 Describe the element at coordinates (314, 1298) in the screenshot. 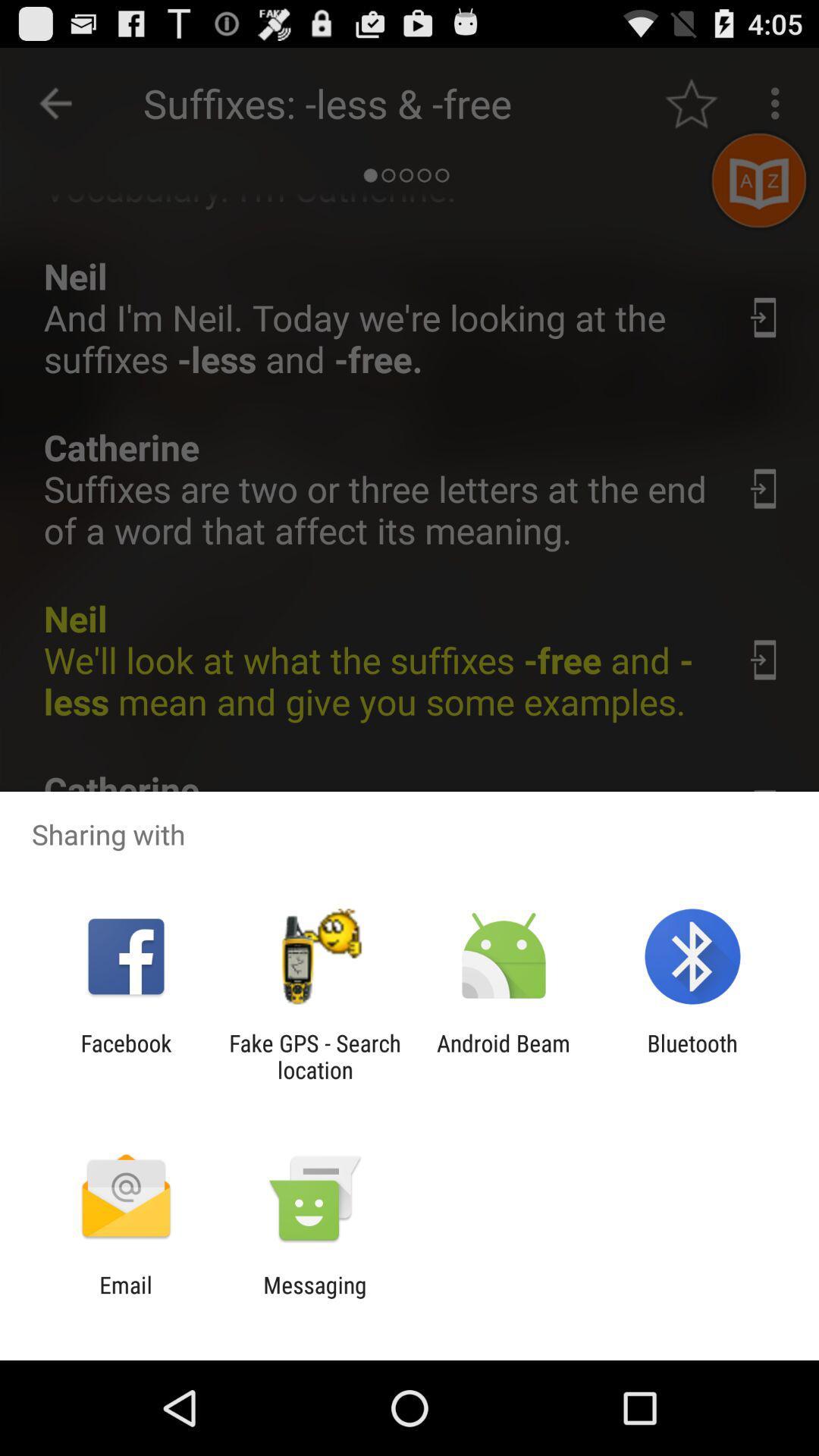

I see `the item next to the email app` at that location.